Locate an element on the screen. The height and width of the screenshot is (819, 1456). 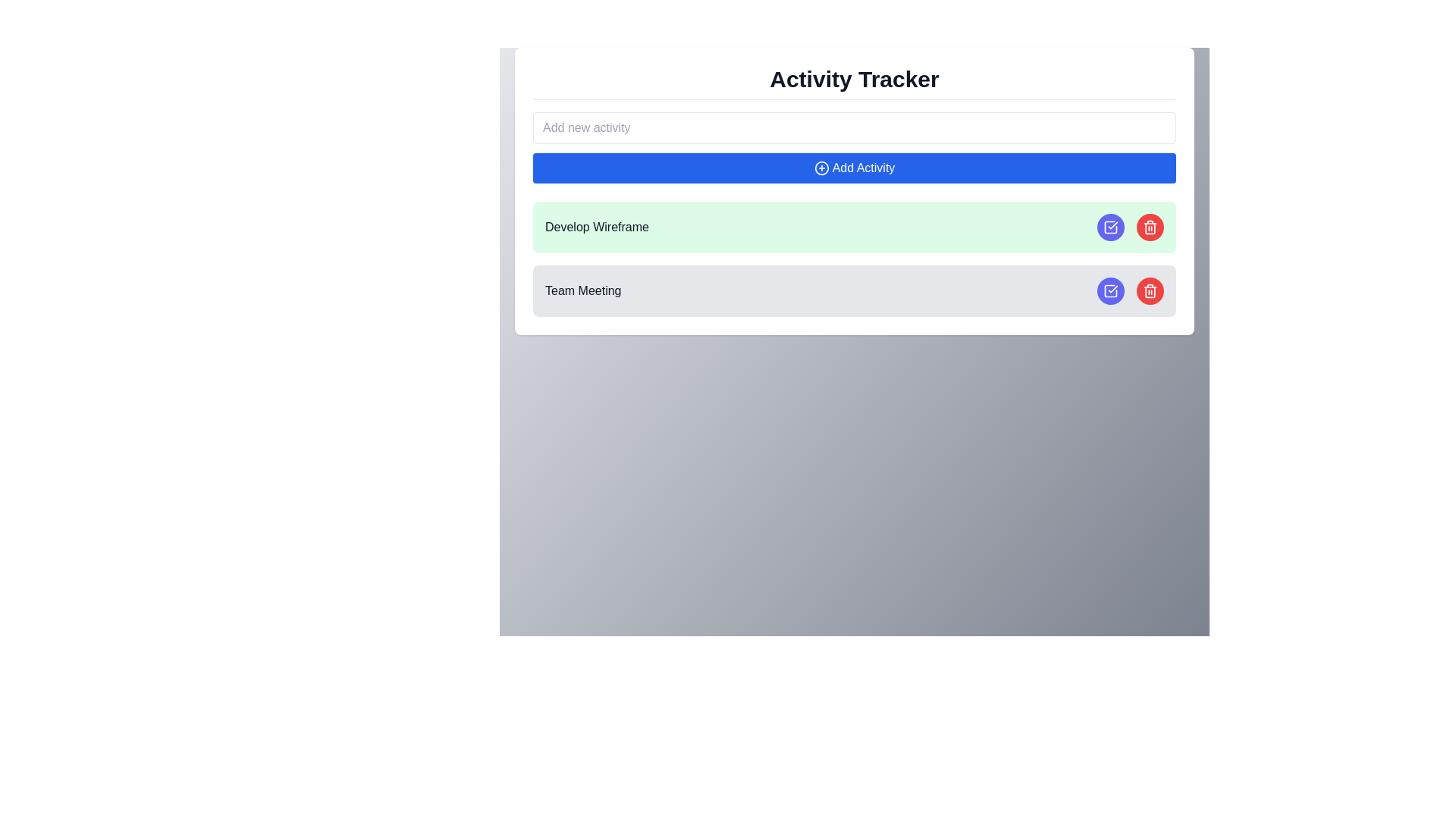
the confirmation button for the 'Team Meeting' entry is located at coordinates (1110, 291).